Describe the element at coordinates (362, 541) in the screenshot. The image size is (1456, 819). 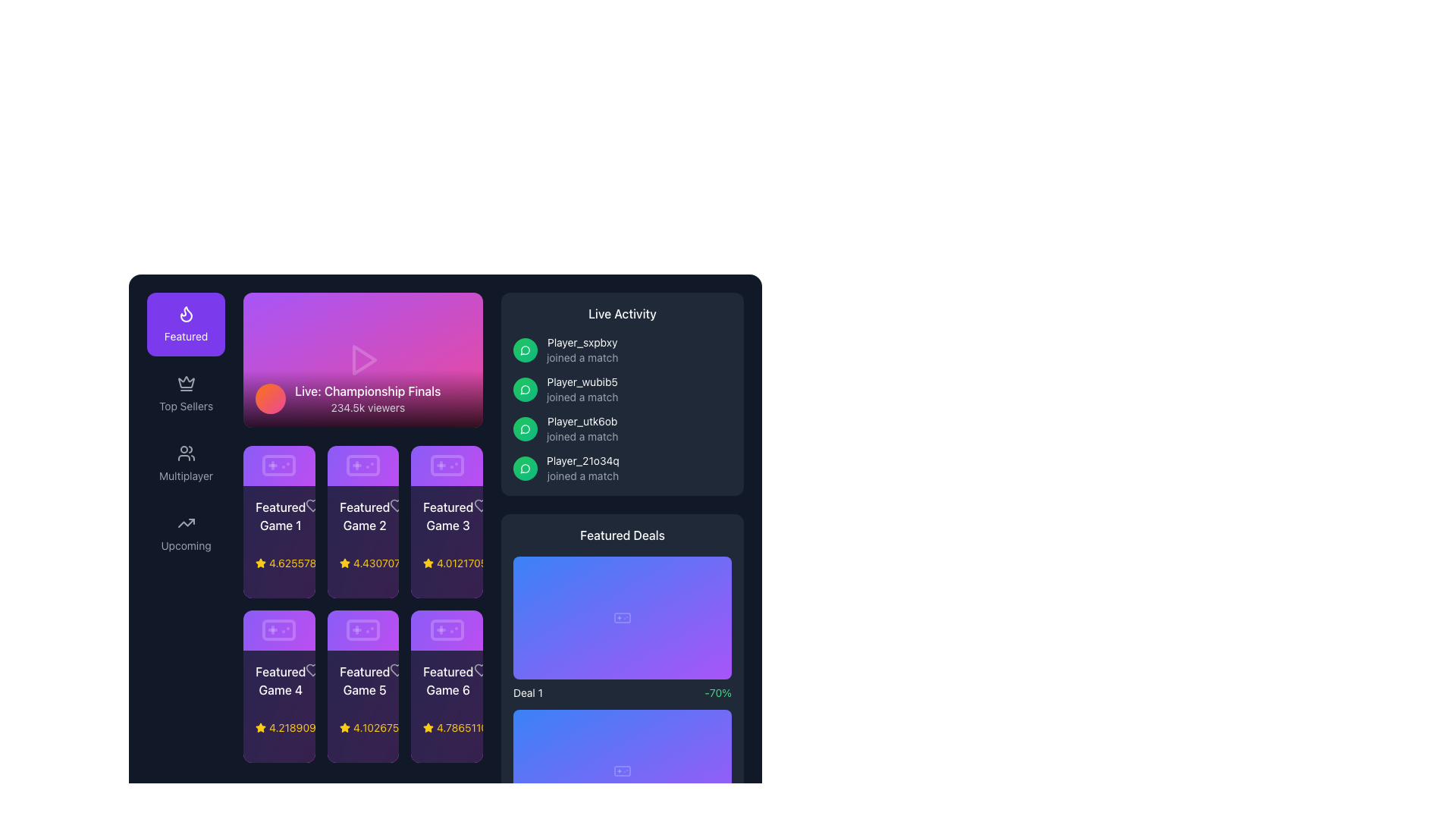
I see `the game Card located in the second column under the 'Featured' category` at that location.